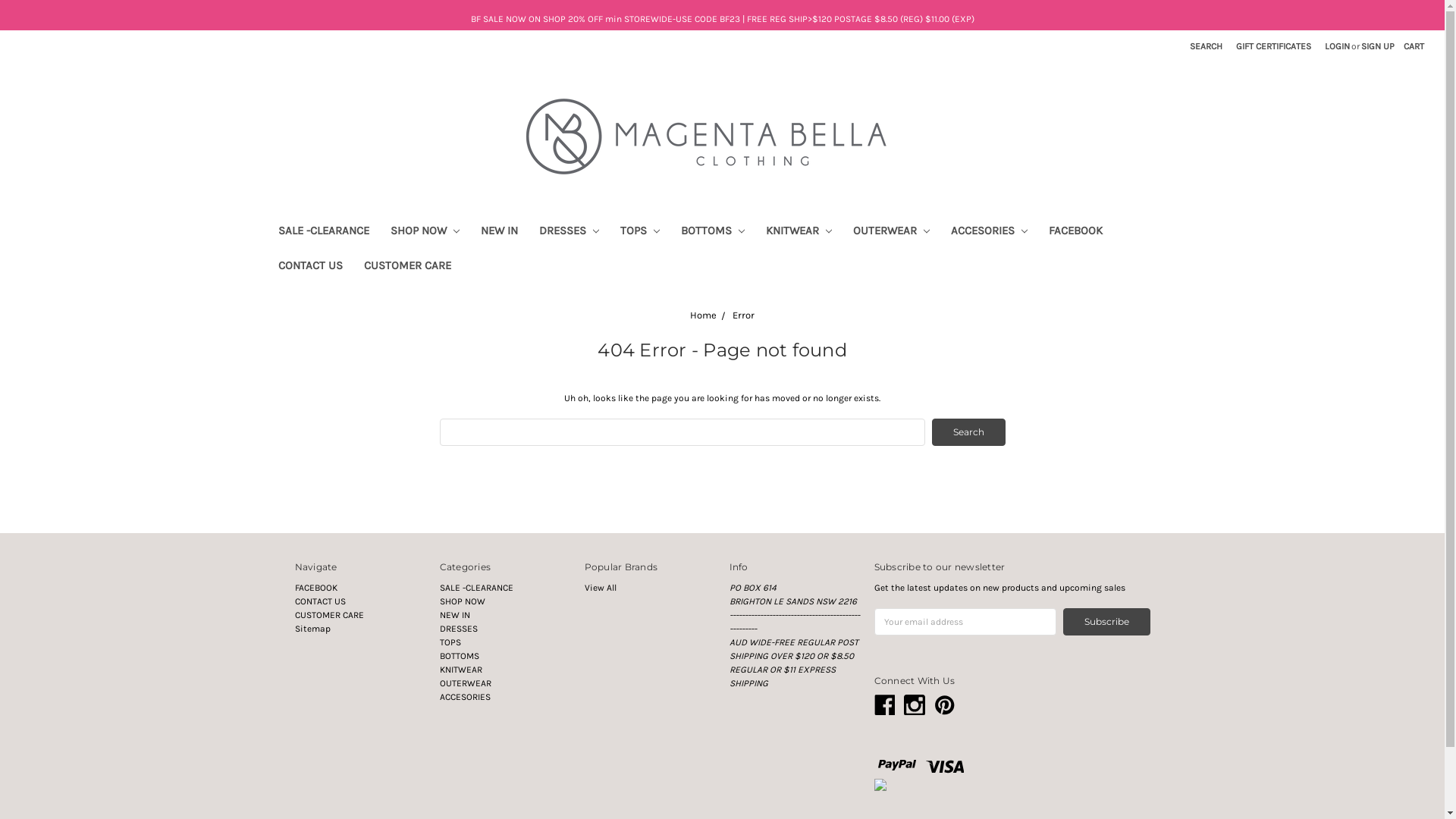 Image resolution: width=1456 pixels, height=819 pixels. What do you see at coordinates (712, 233) in the screenshot?
I see `'BOTTOMS'` at bounding box center [712, 233].